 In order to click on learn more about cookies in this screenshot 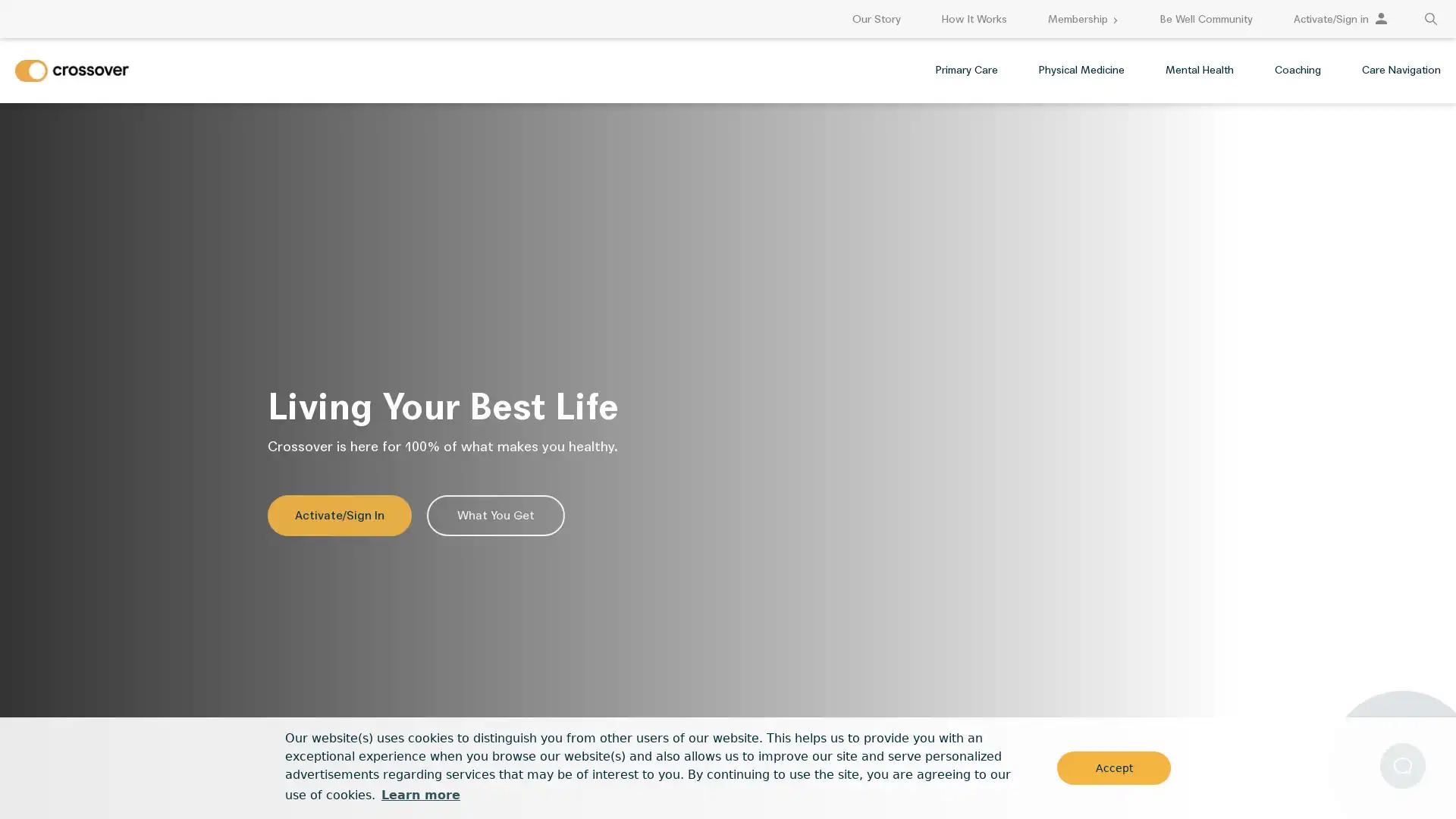, I will do `click(420, 794)`.